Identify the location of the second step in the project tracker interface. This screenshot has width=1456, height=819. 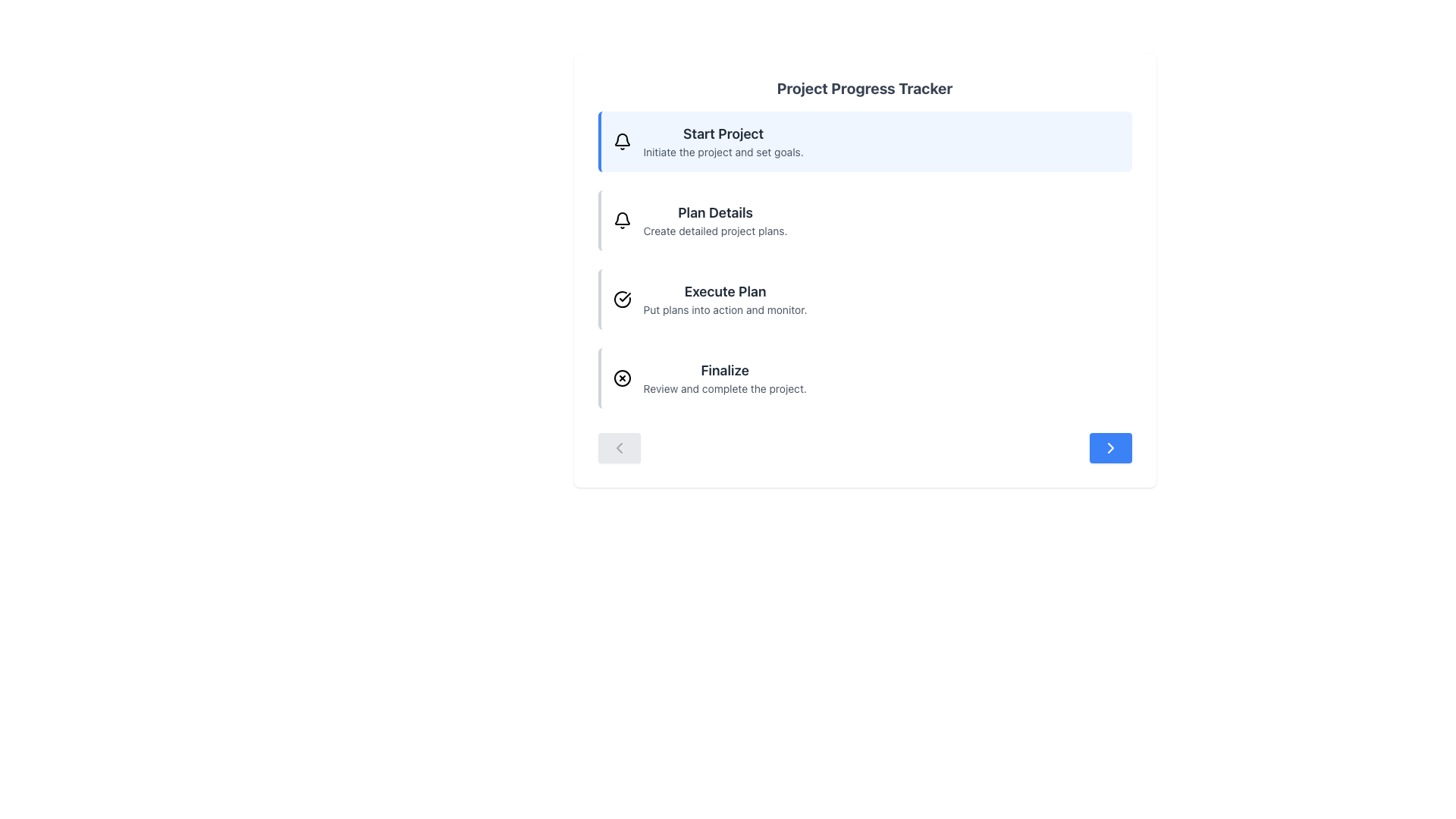
(864, 220).